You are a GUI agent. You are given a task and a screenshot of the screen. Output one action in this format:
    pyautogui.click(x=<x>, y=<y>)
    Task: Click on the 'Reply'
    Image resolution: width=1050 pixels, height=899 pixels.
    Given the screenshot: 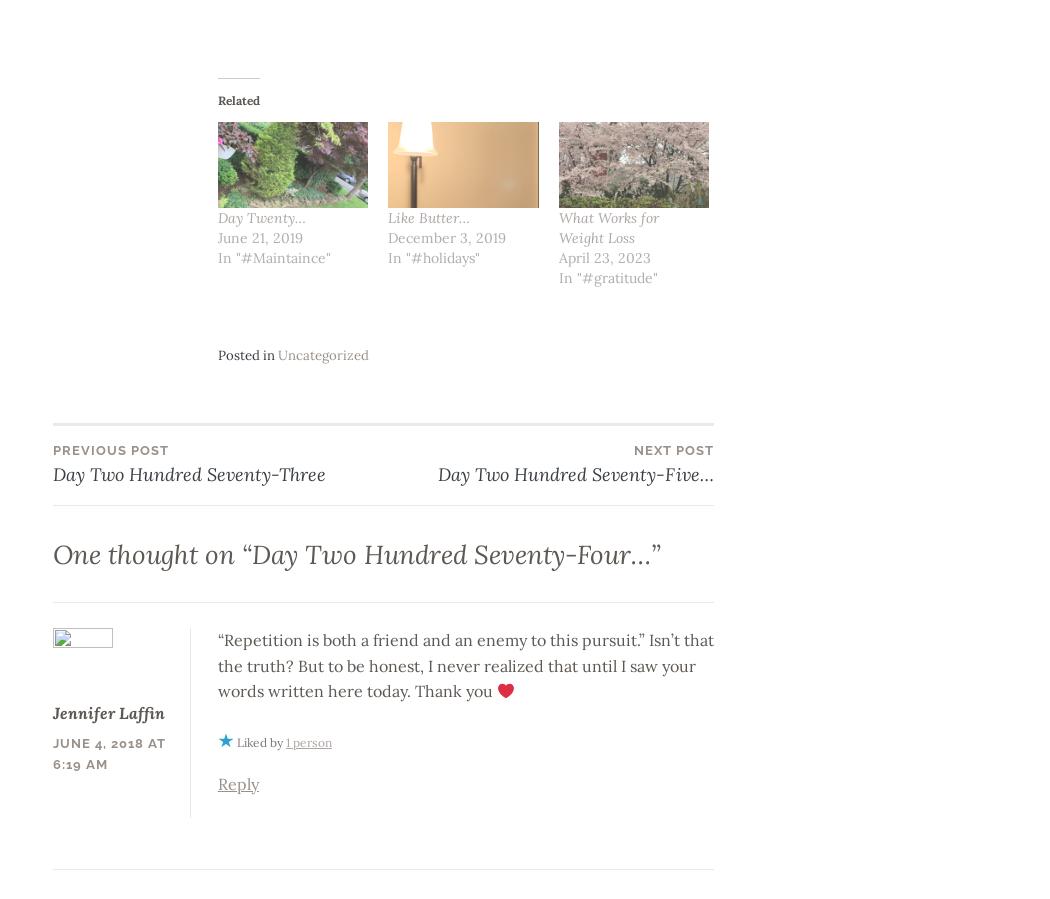 What is the action you would take?
    pyautogui.click(x=237, y=784)
    